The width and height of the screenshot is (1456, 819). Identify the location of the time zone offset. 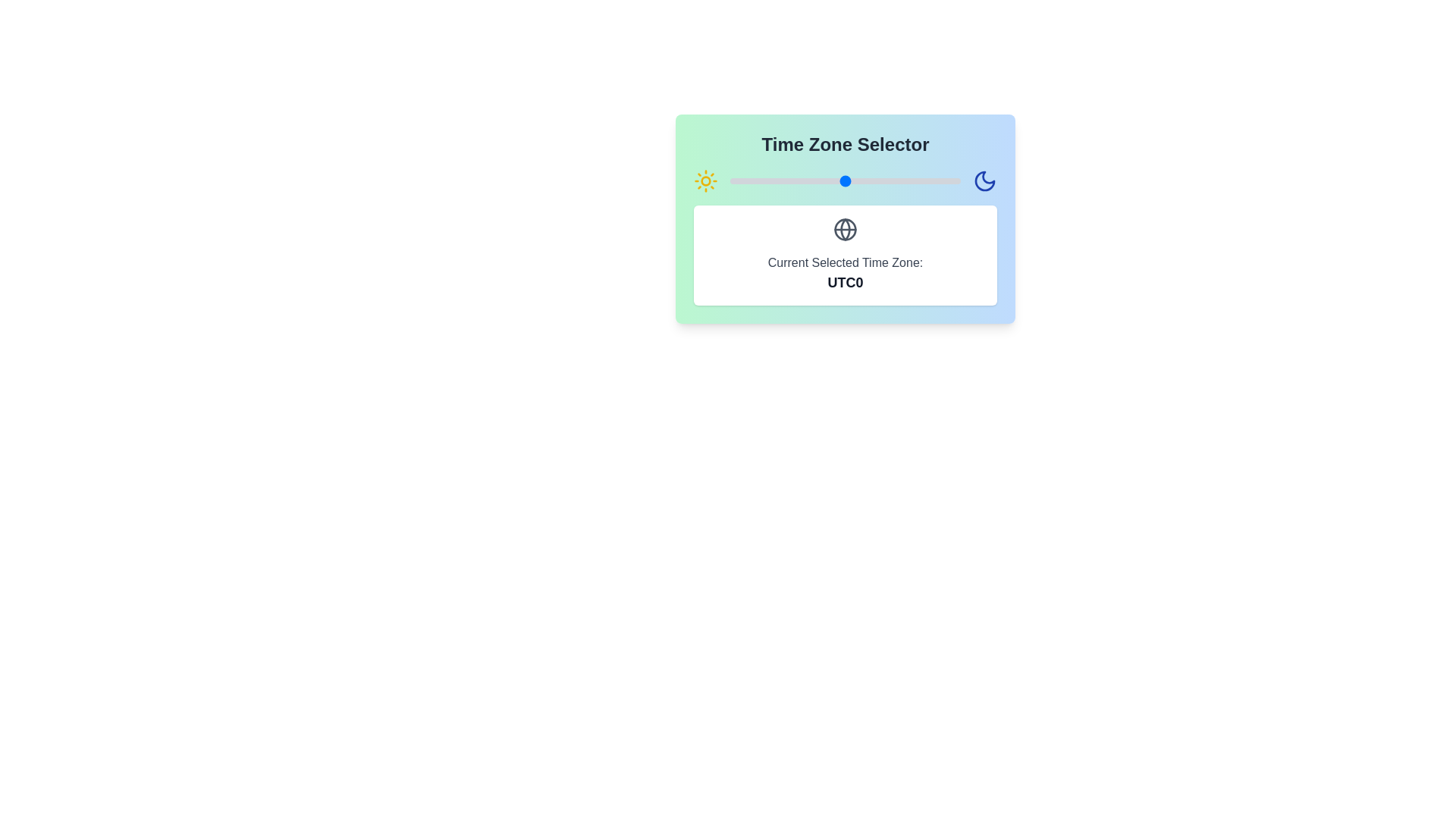
(857, 180).